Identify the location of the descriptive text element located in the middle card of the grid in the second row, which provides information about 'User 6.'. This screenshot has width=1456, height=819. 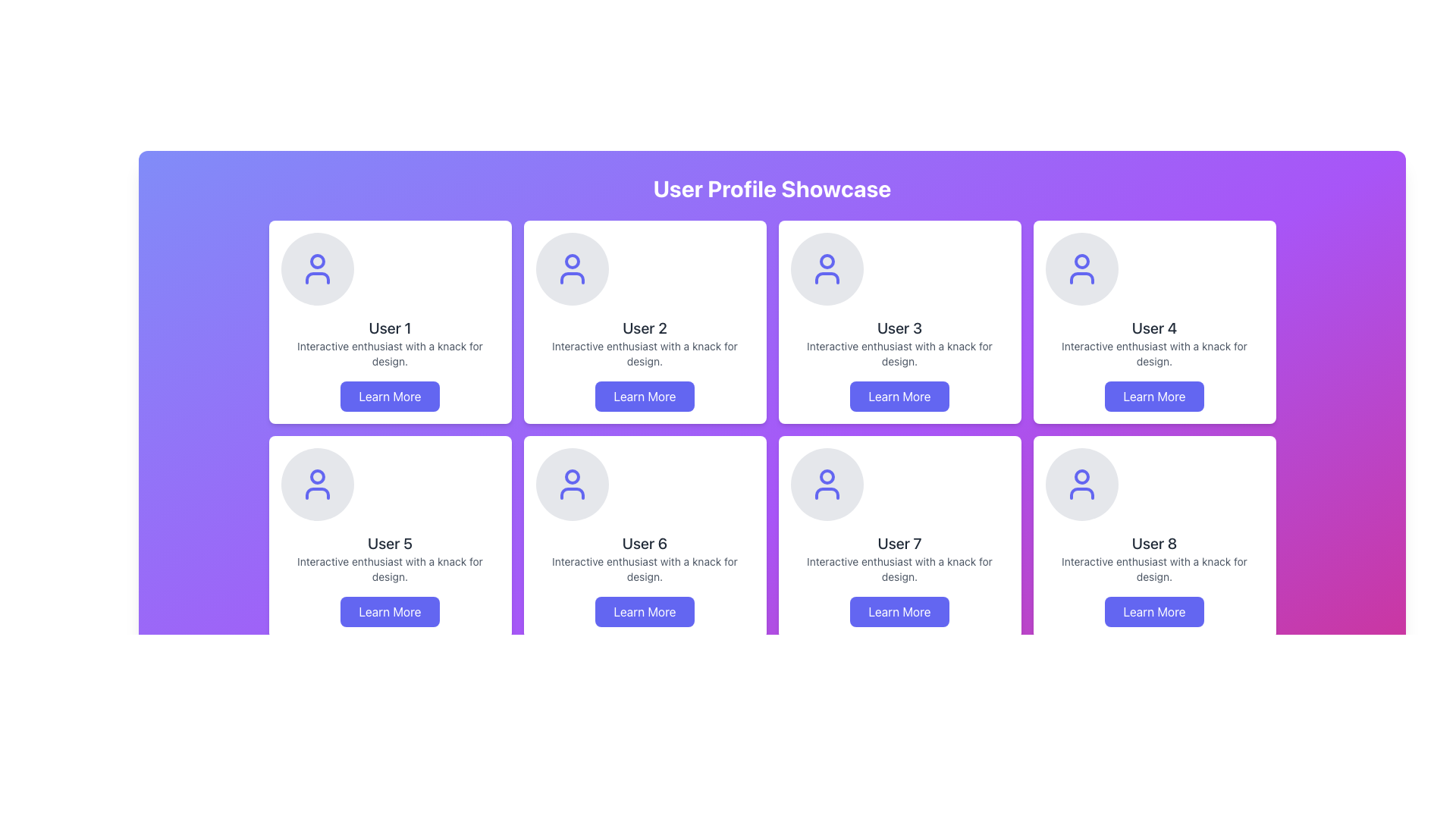
(645, 570).